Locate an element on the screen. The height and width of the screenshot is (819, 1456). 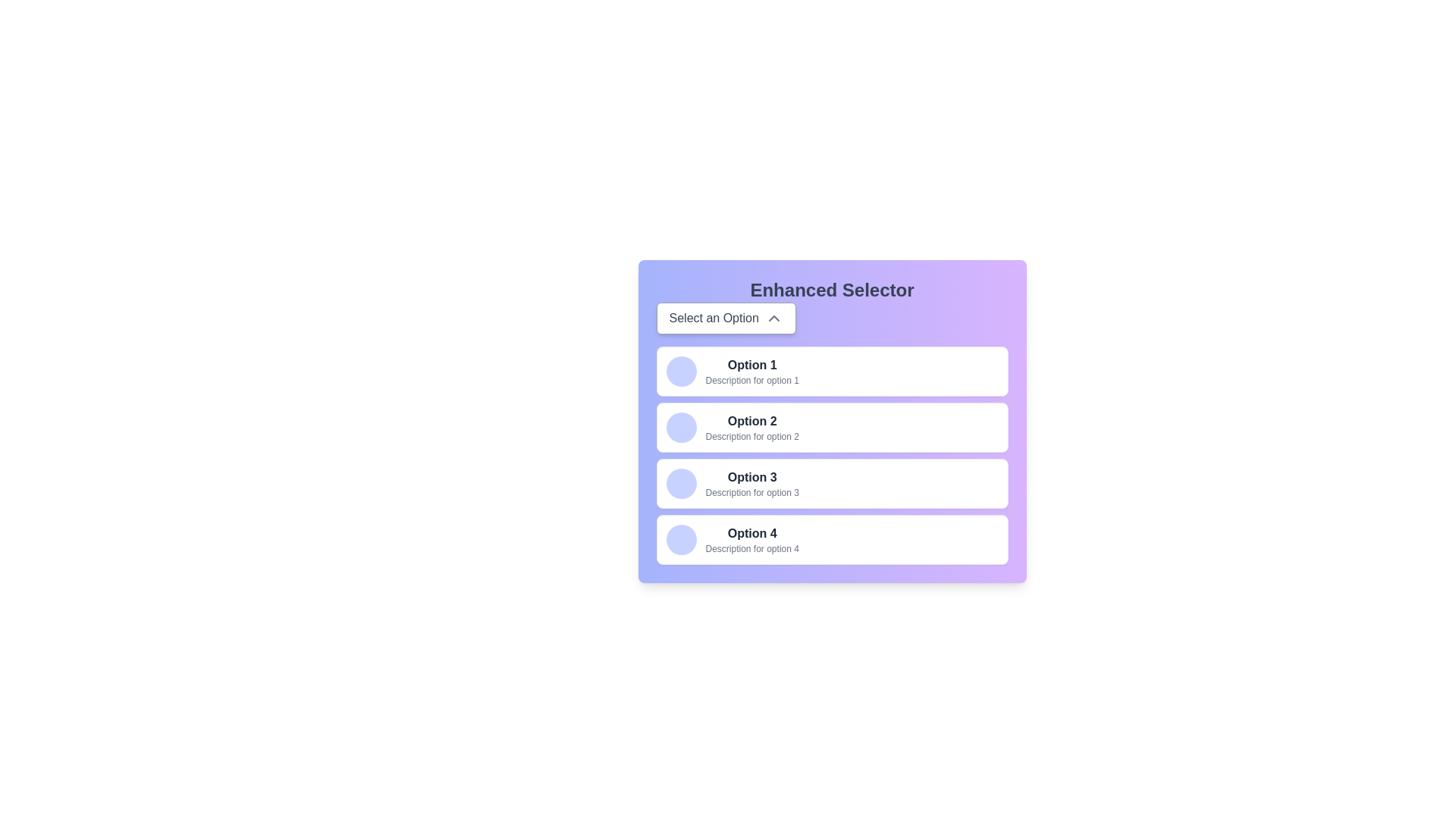
the List Item with Textual Content displaying 'Option 4' is located at coordinates (752, 539).